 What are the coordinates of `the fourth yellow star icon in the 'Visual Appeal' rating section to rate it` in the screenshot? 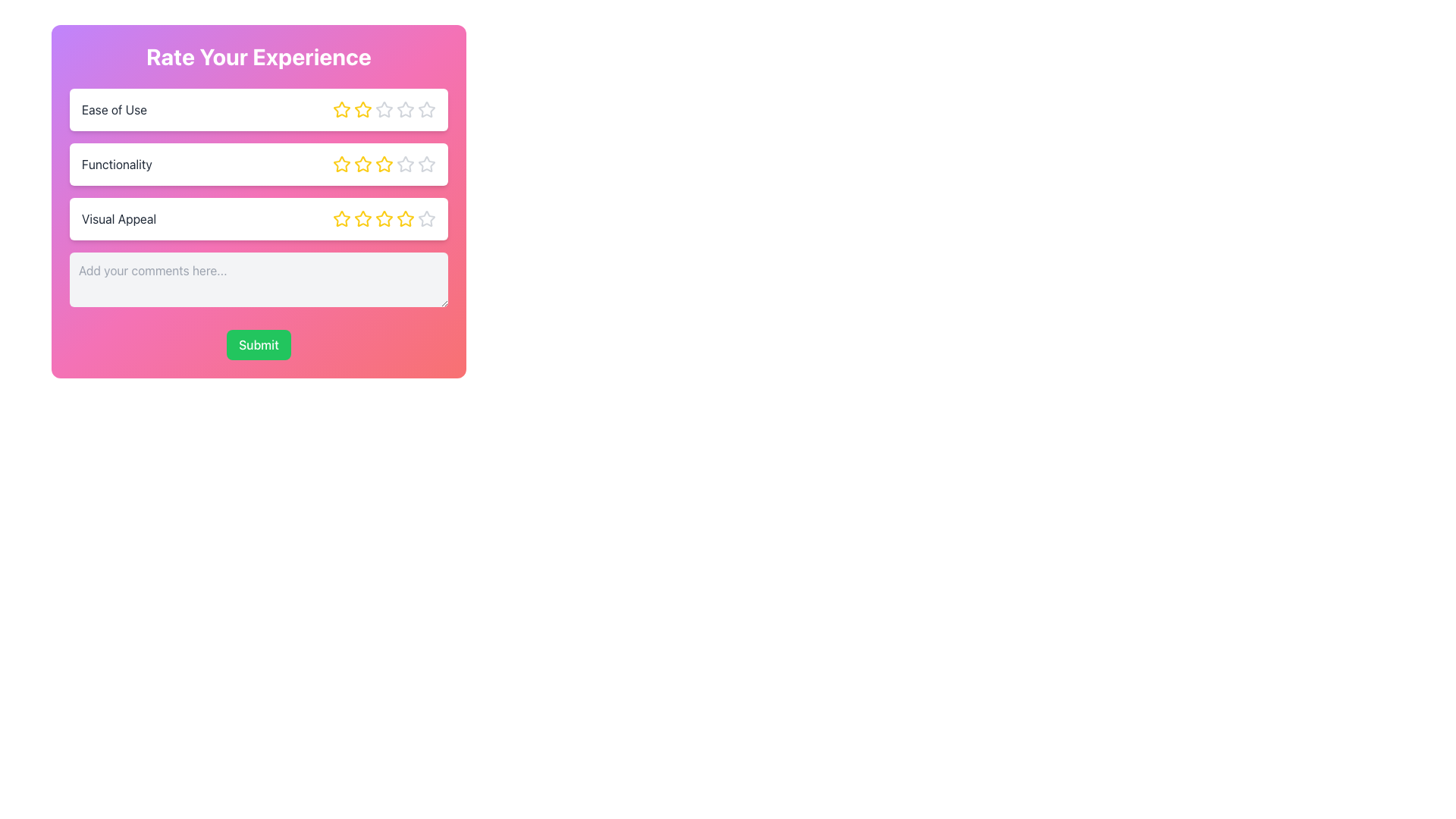 It's located at (405, 218).